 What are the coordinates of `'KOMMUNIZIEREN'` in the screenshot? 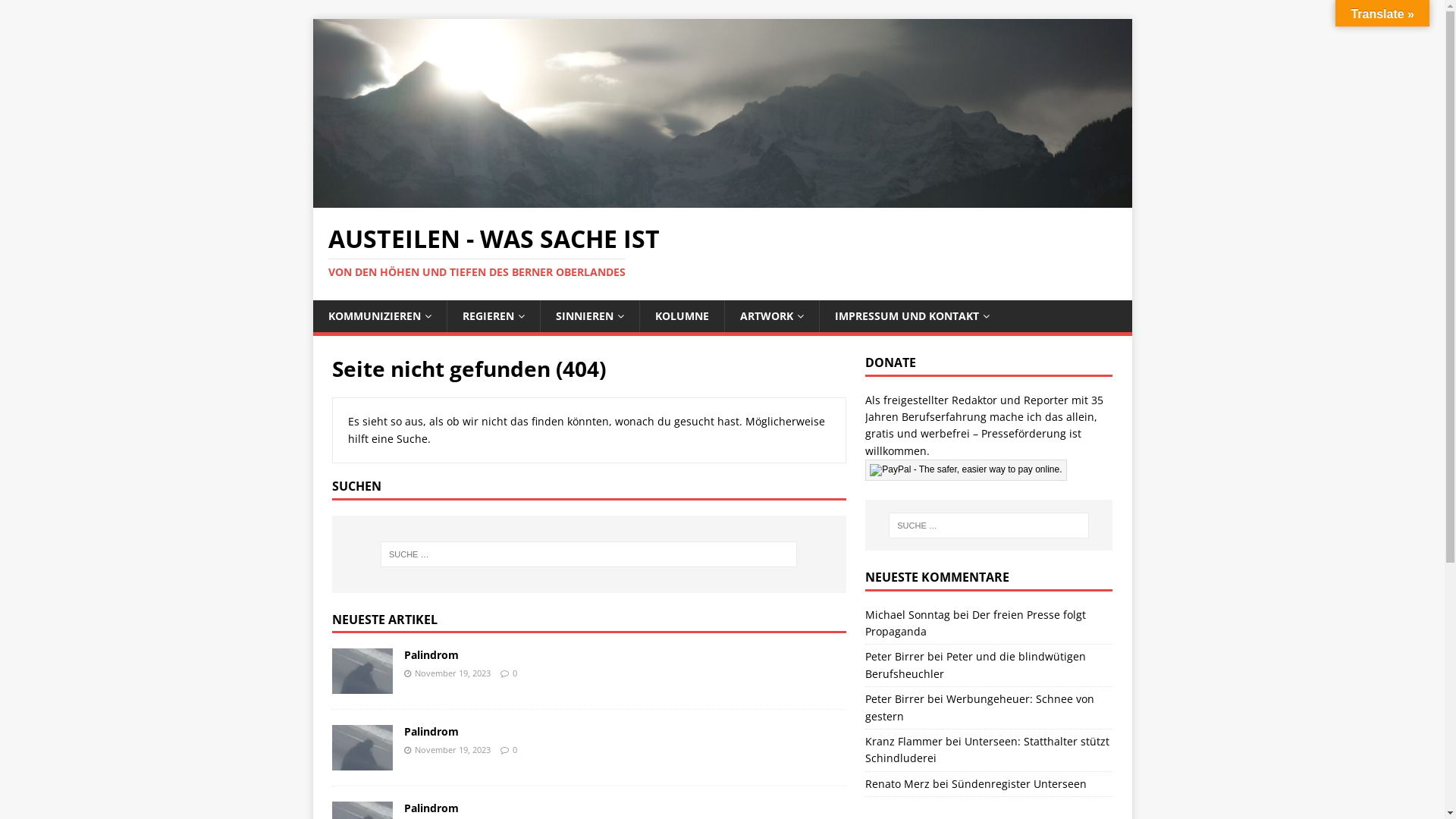 It's located at (378, 315).